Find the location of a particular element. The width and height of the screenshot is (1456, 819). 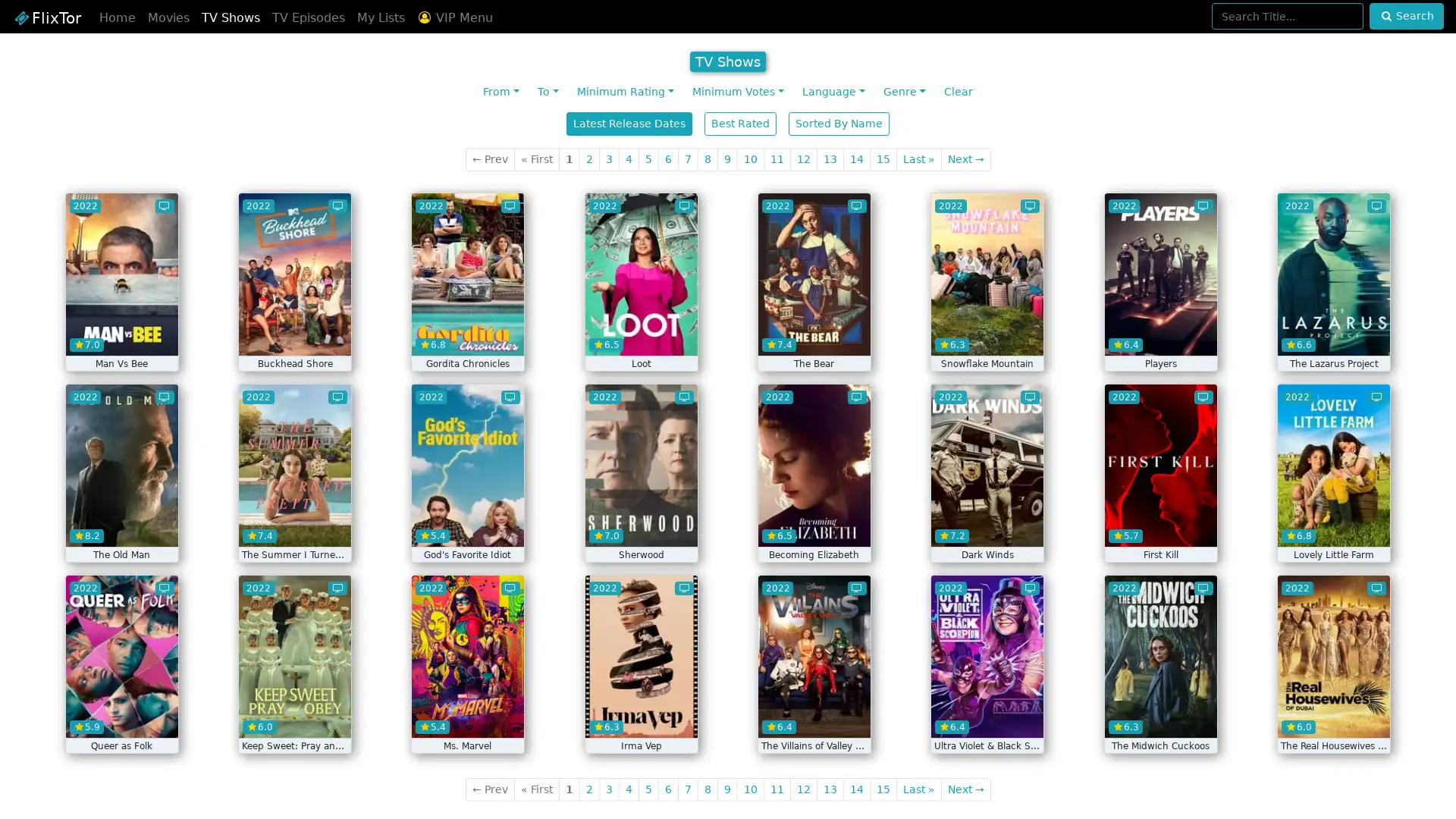

Watch Now is located at coordinates (1159, 332).